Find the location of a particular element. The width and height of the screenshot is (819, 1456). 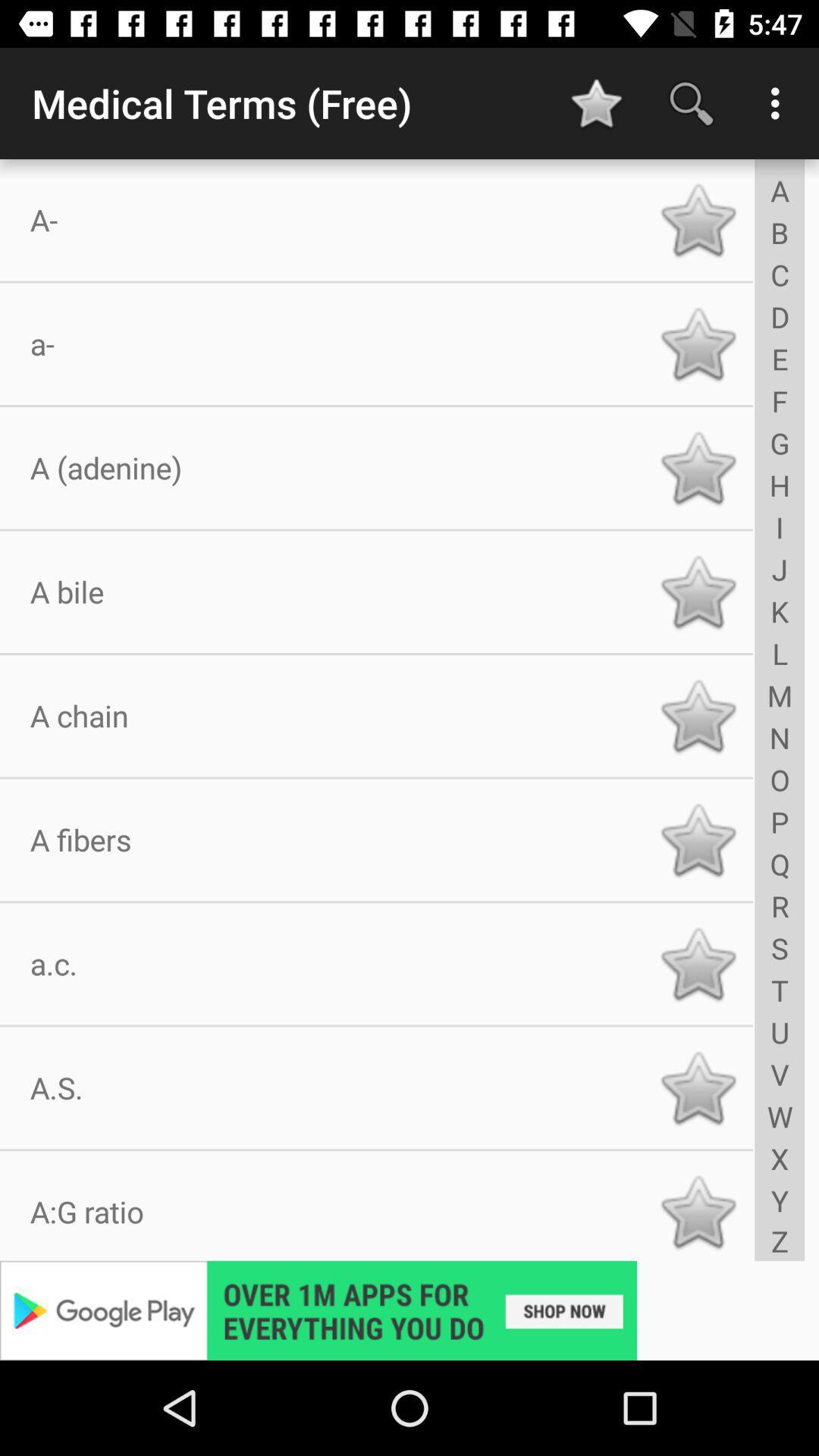

star select botton is located at coordinates (698, 1211).